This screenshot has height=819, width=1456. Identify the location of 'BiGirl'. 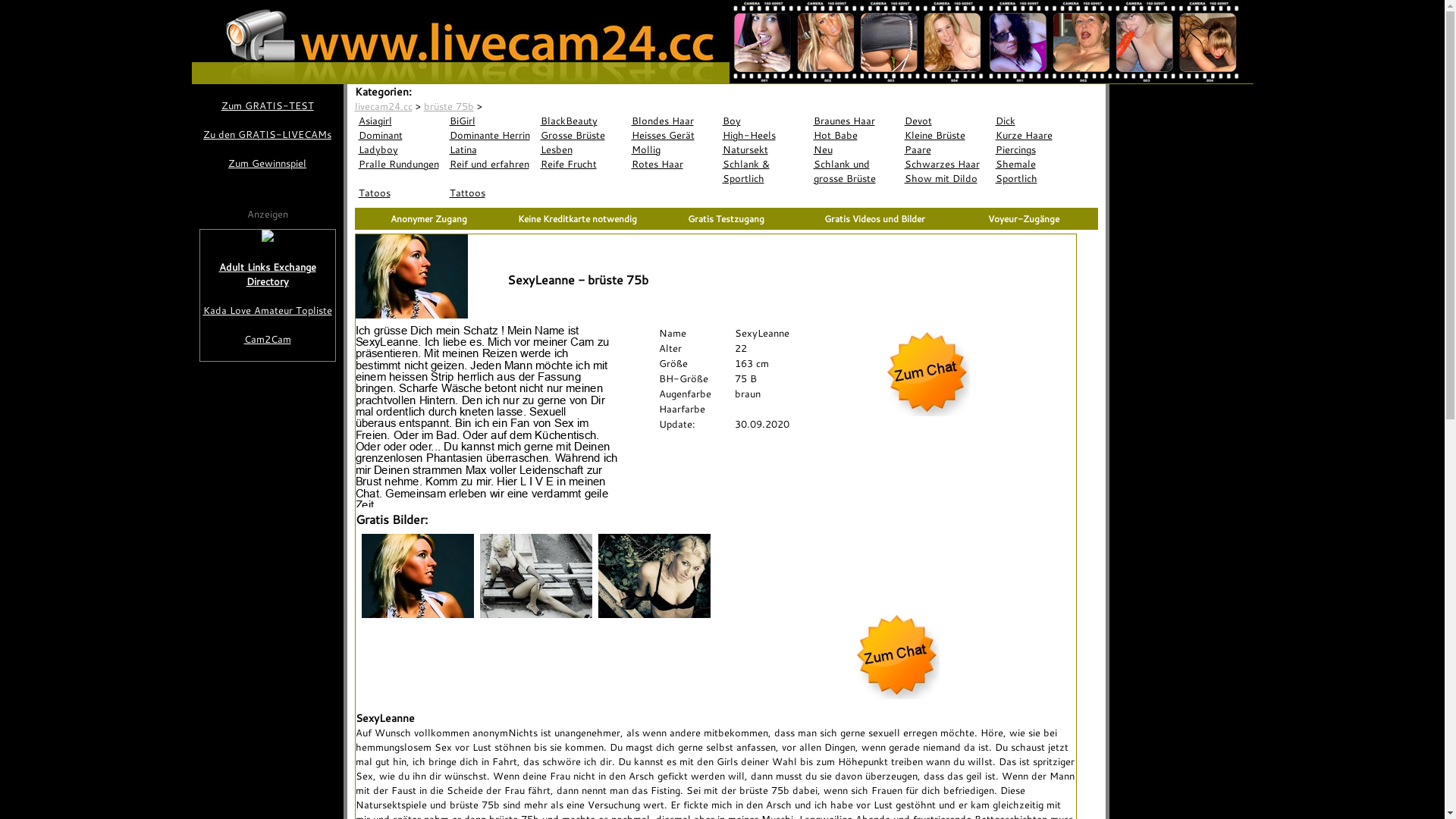
(491, 120).